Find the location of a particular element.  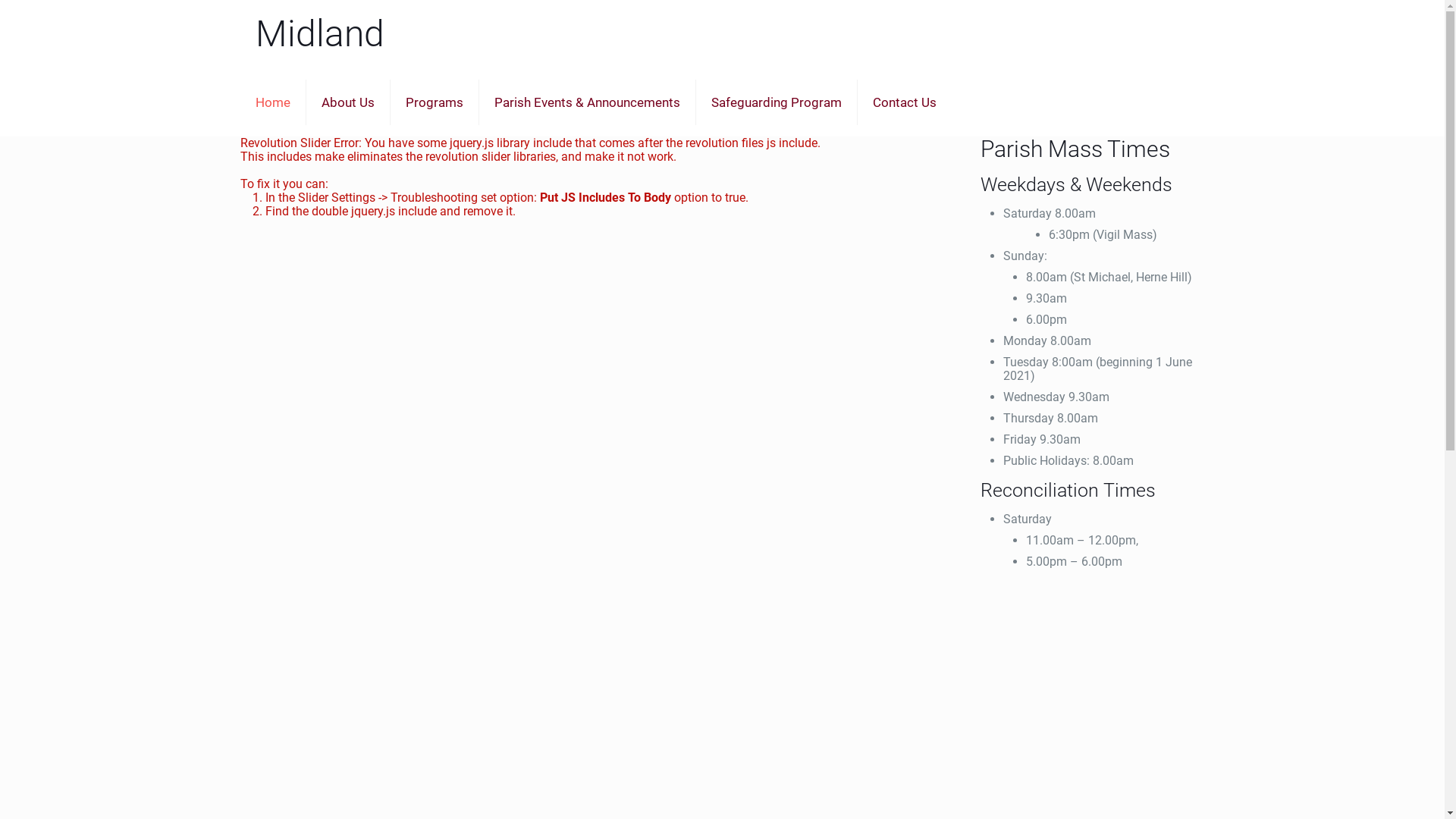

'About Us' is located at coordinates (305, 102).